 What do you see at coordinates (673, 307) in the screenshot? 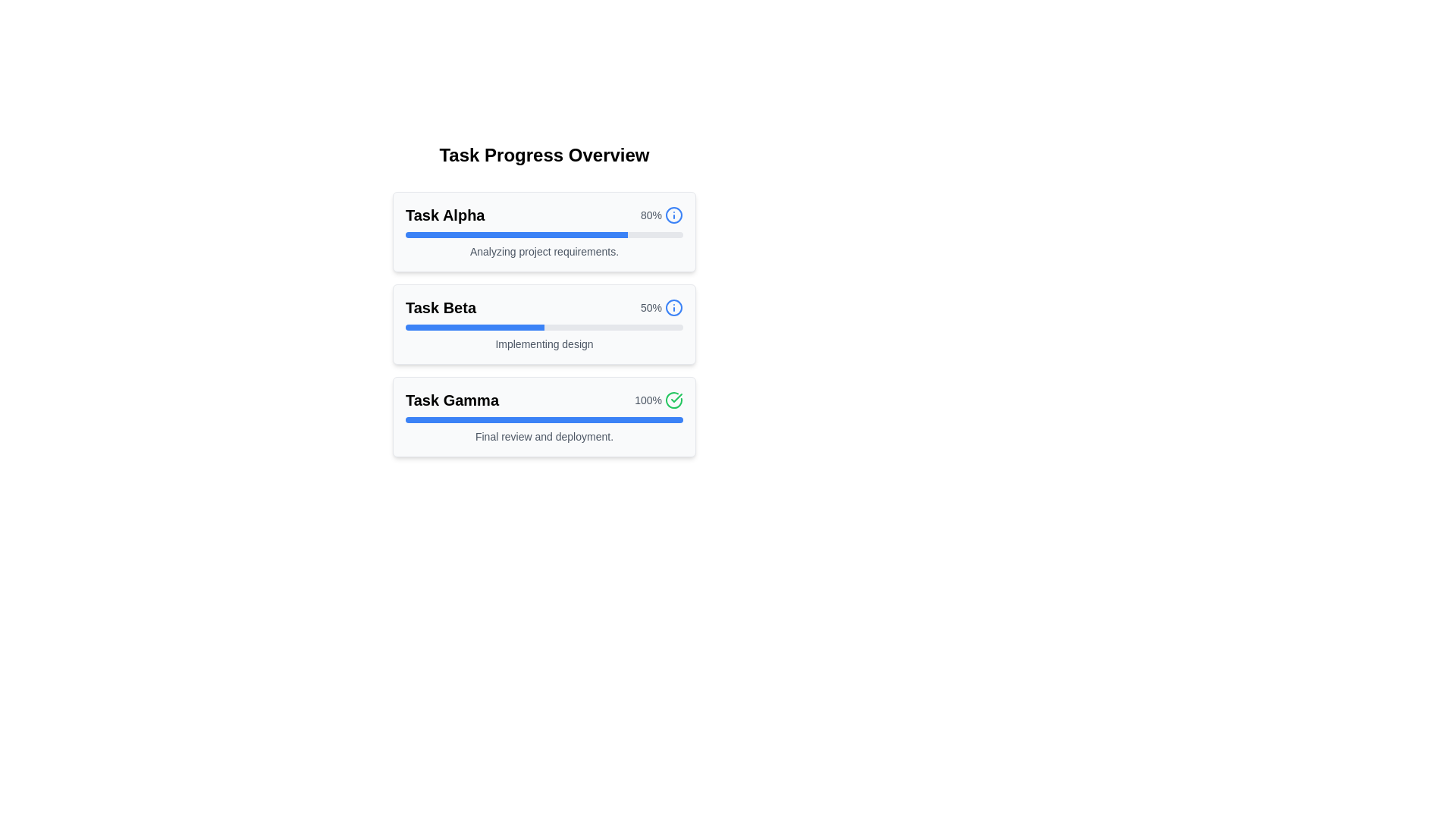
I see `the circular icon with a blue border and a white background, which contains a central blue dot, located in the top-right corner of the 'Task Beta' panel` at bounding box center [673, 307].